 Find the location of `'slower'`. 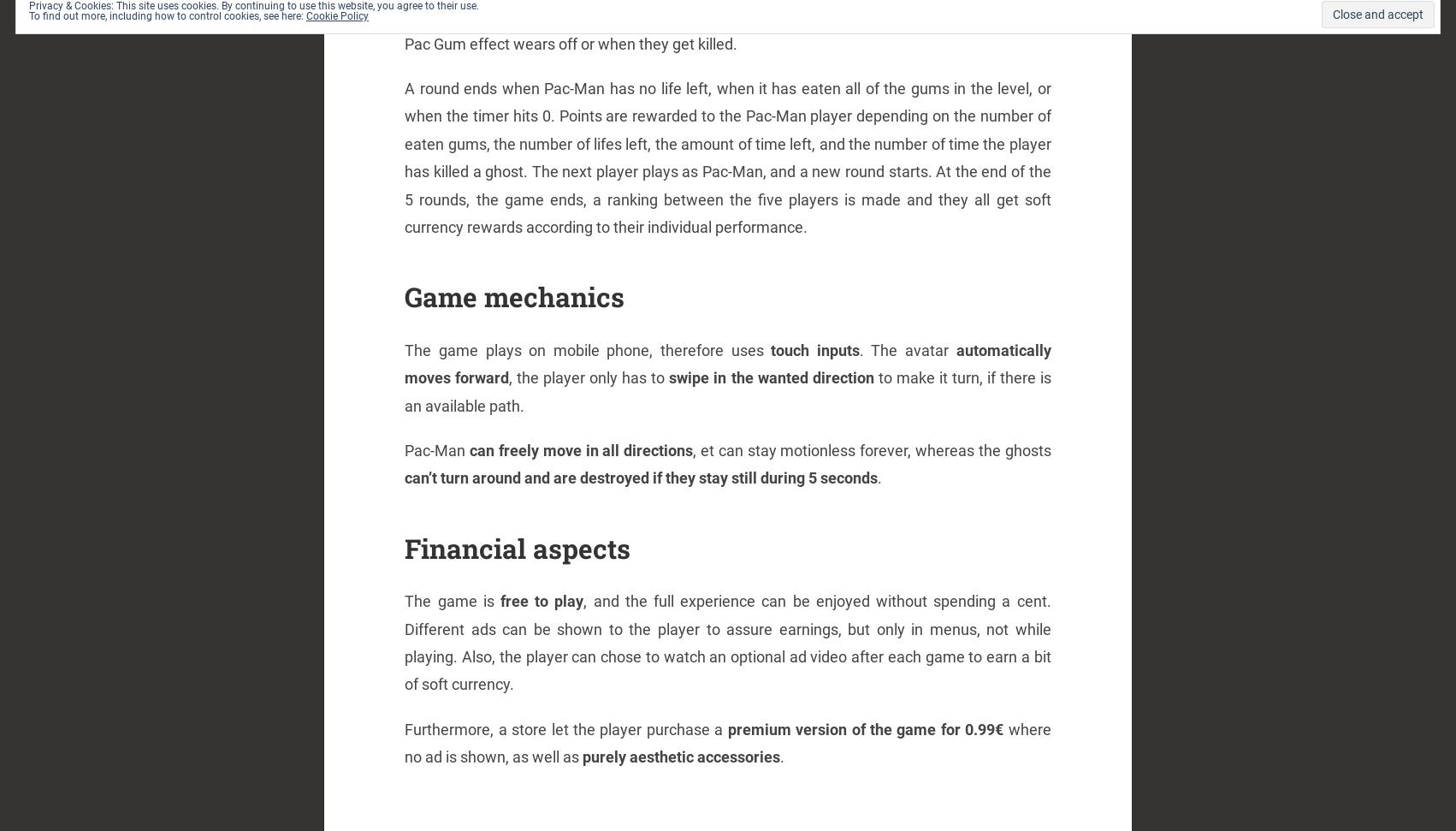

'slower' is located at coordinates (671, 15).